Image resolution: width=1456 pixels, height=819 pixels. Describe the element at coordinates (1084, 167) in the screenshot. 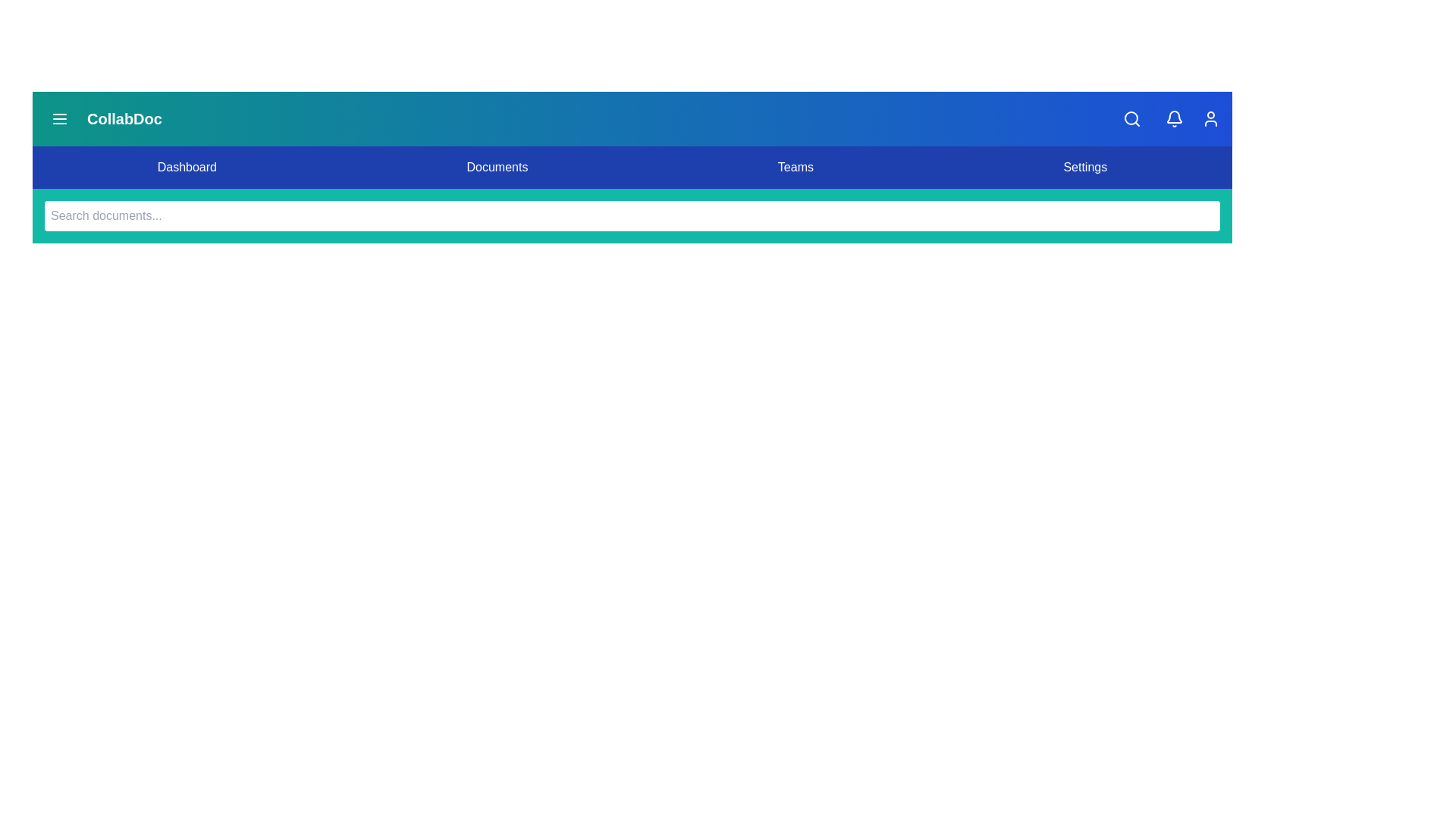

I see `the navigation item Settings from the menu` at that location.